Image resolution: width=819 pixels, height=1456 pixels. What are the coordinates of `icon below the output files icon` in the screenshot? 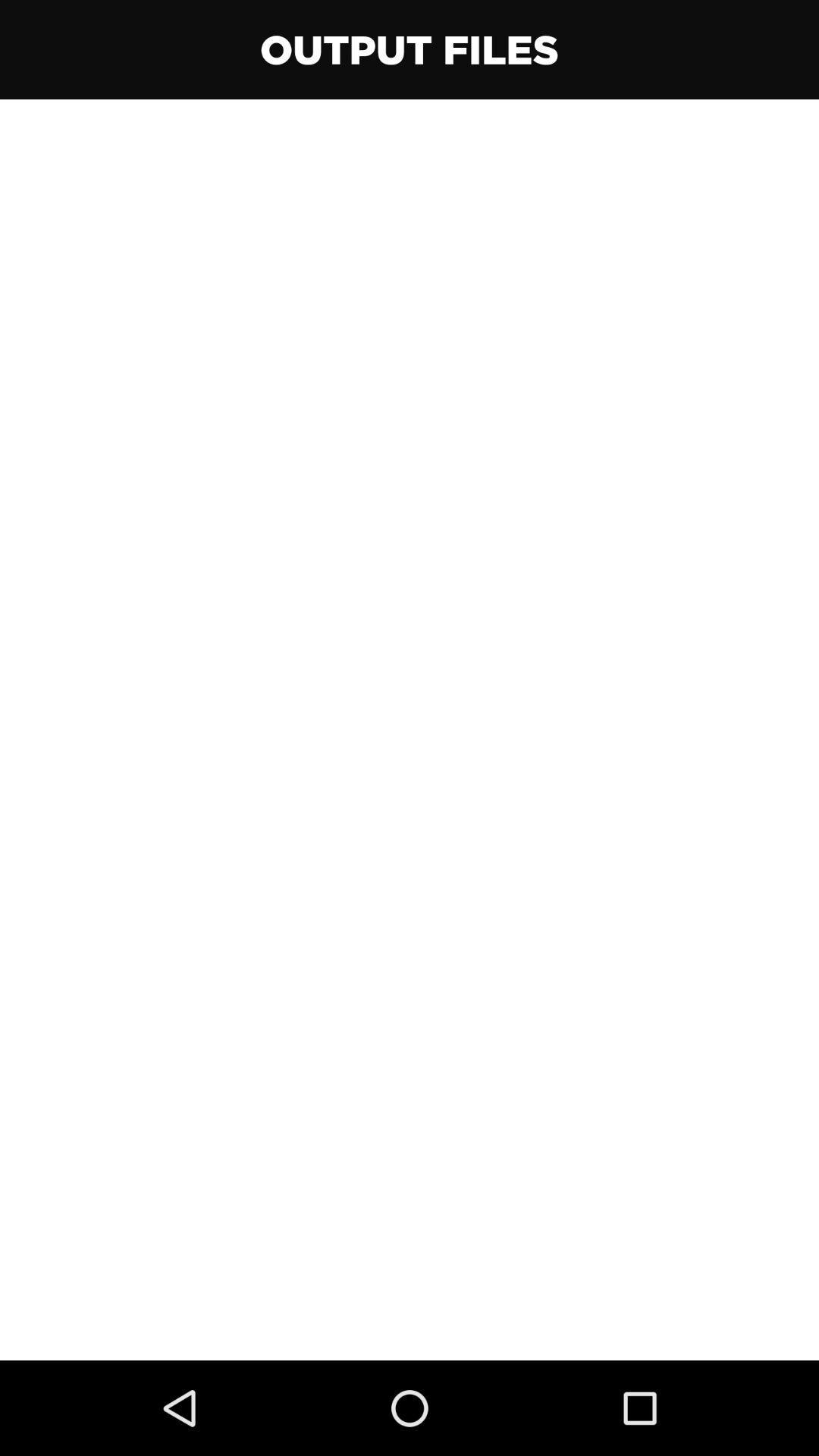 It's located at (409, 730).